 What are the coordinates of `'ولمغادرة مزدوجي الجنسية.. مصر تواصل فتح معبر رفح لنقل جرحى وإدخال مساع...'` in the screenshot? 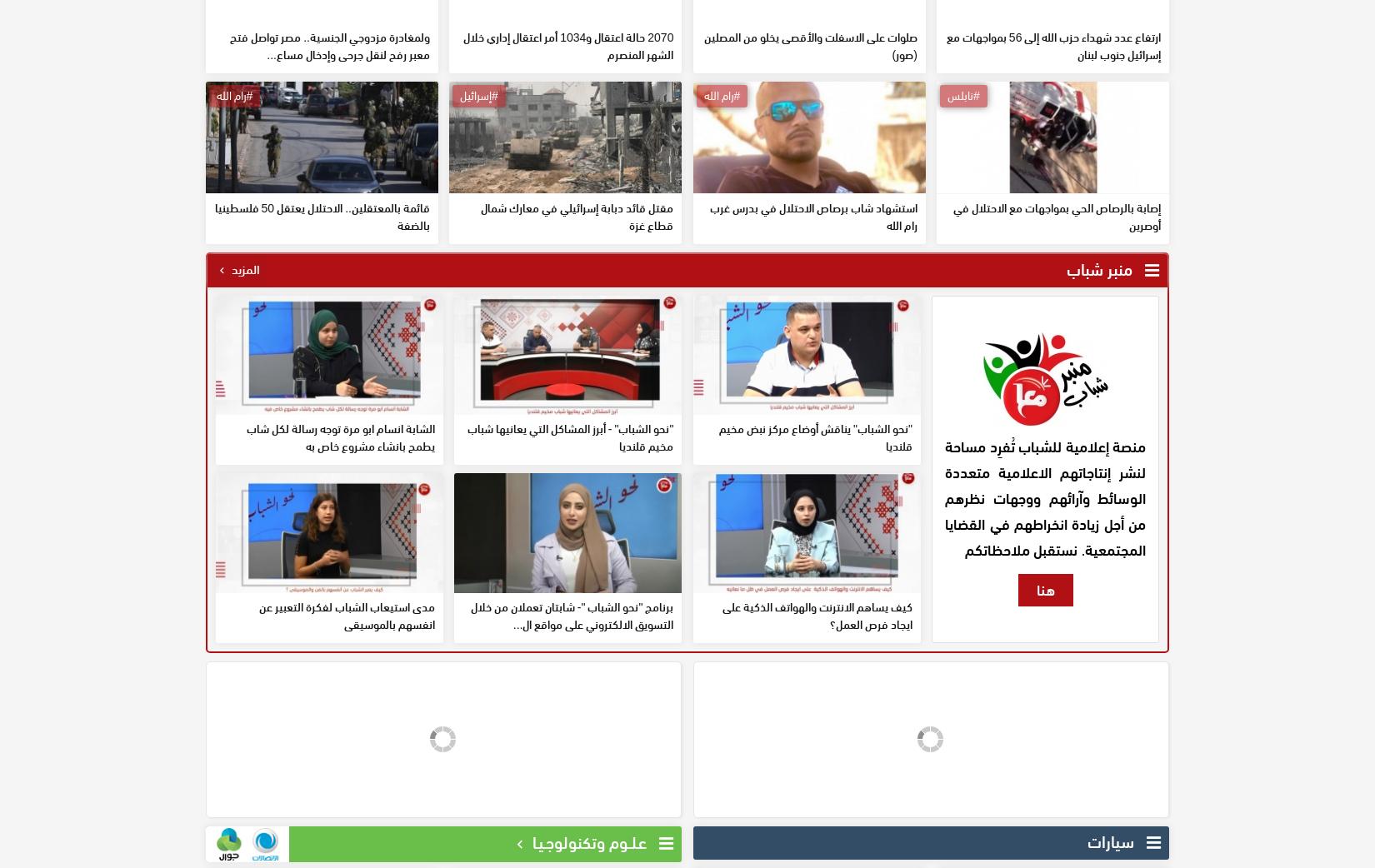 It's located at (329, 165).